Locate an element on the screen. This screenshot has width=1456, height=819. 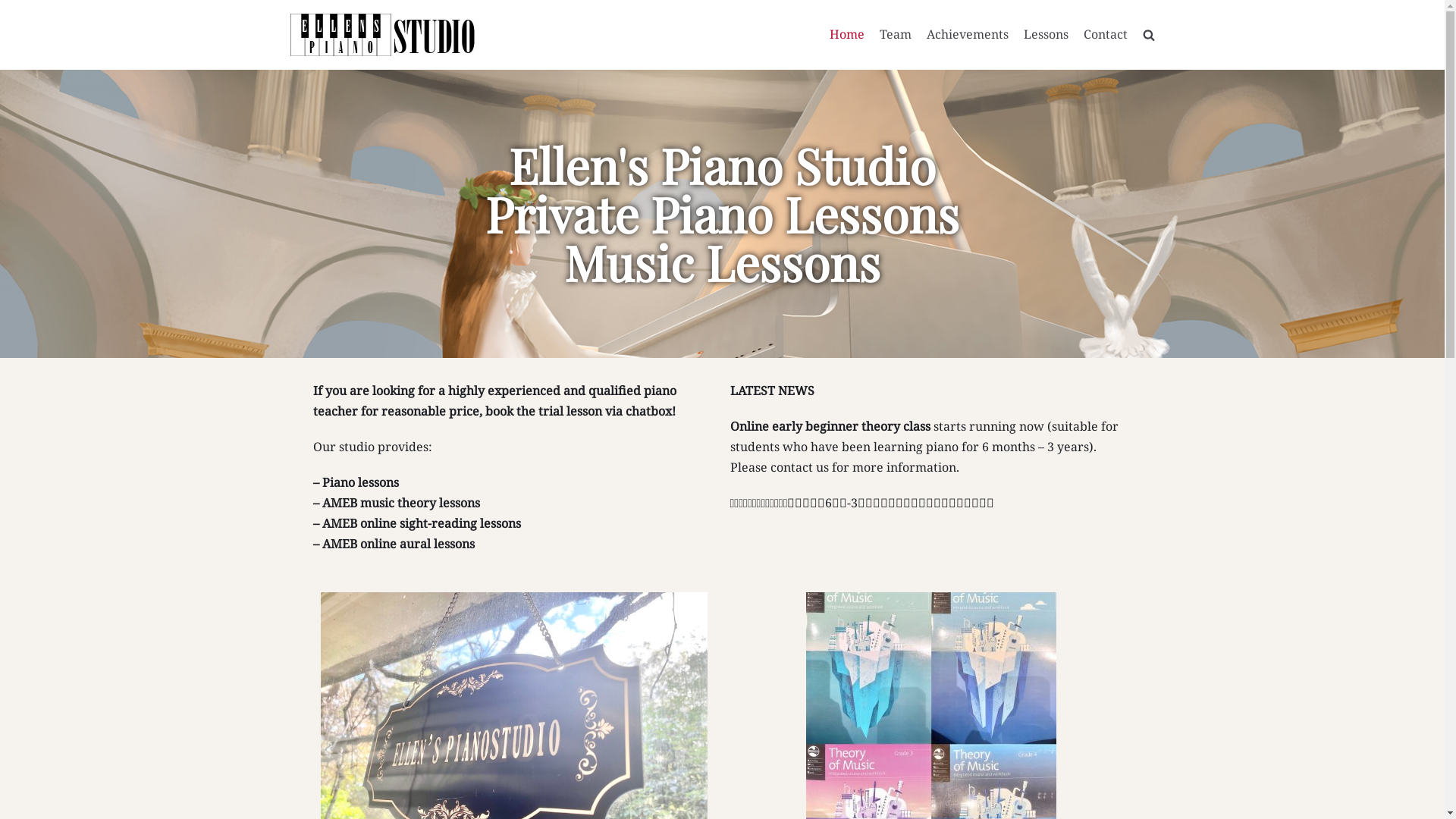
'Contact' is located at coordinates (1105, 34).